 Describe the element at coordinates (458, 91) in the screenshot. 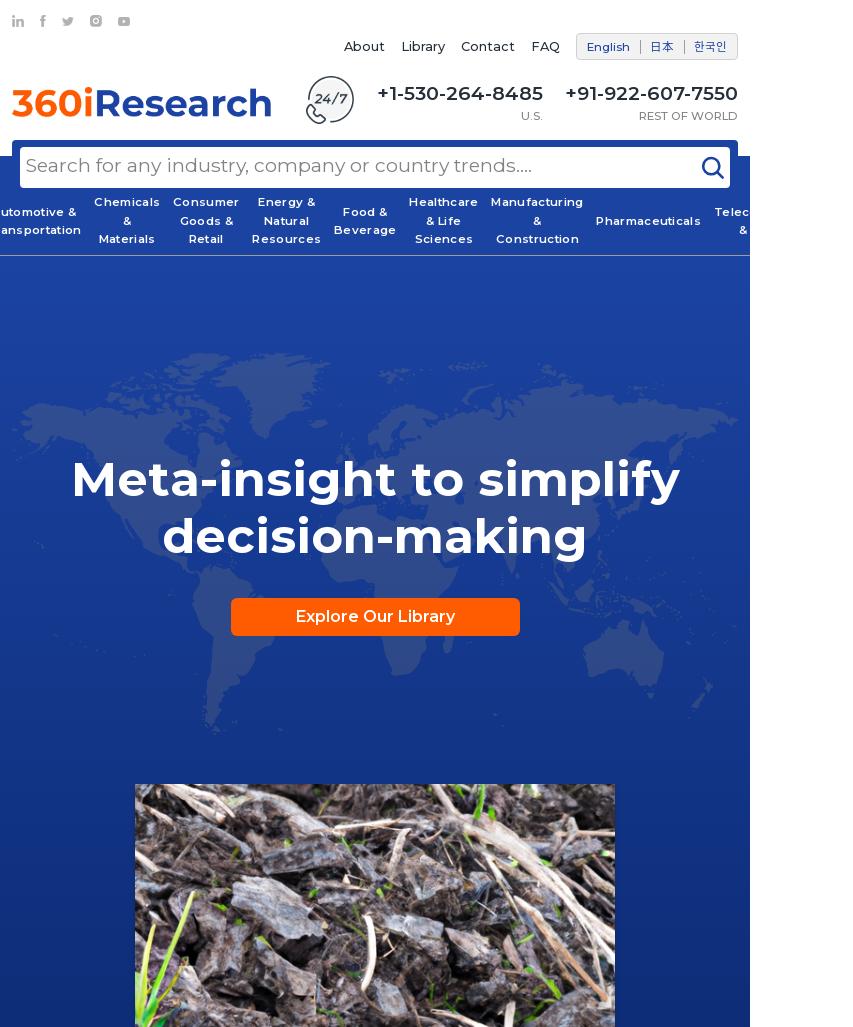

I see `'+1-530-264-8485'` at that location.